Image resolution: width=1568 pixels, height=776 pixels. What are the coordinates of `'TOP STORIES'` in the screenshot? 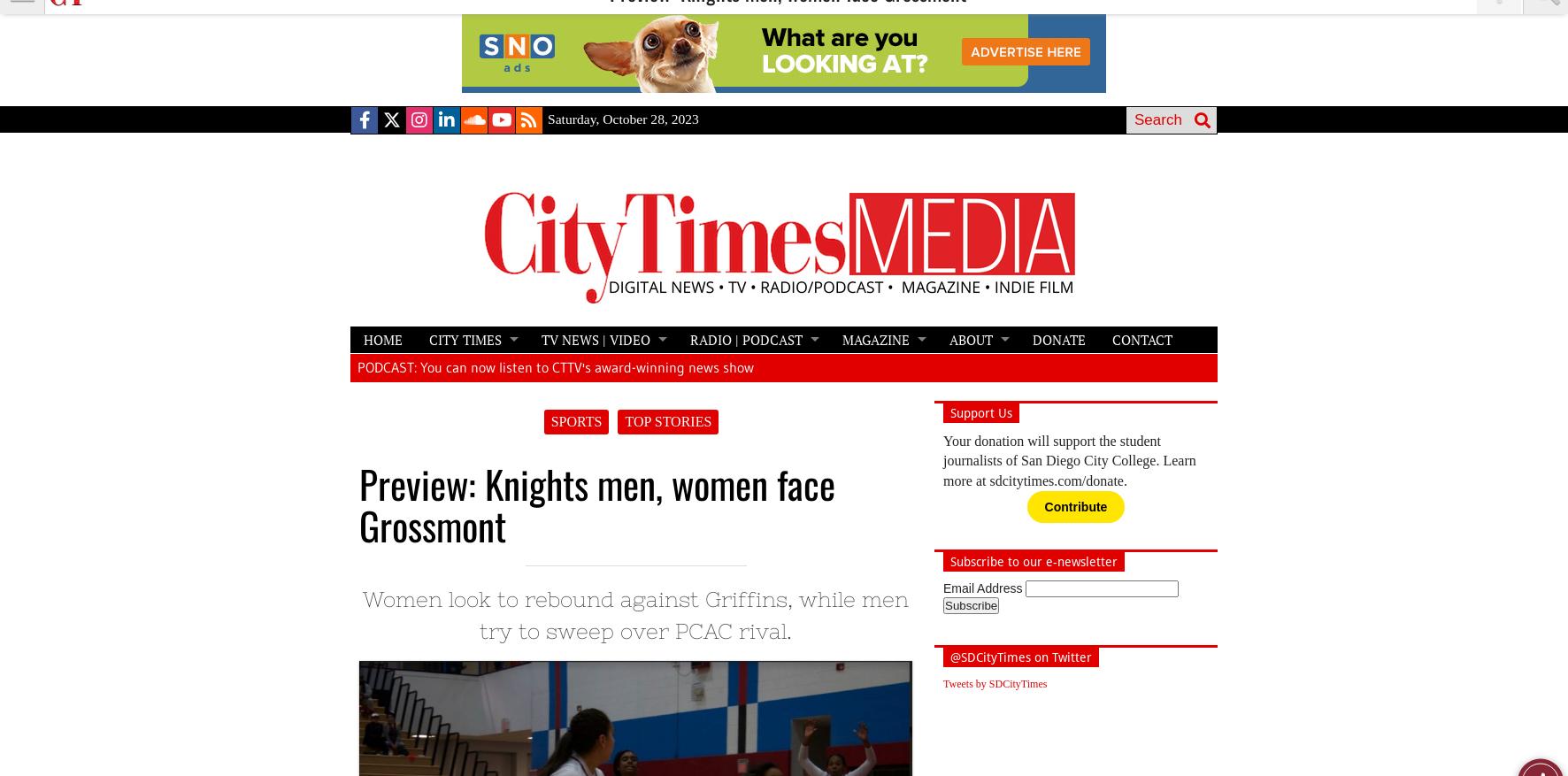 It's located at (623, 420).